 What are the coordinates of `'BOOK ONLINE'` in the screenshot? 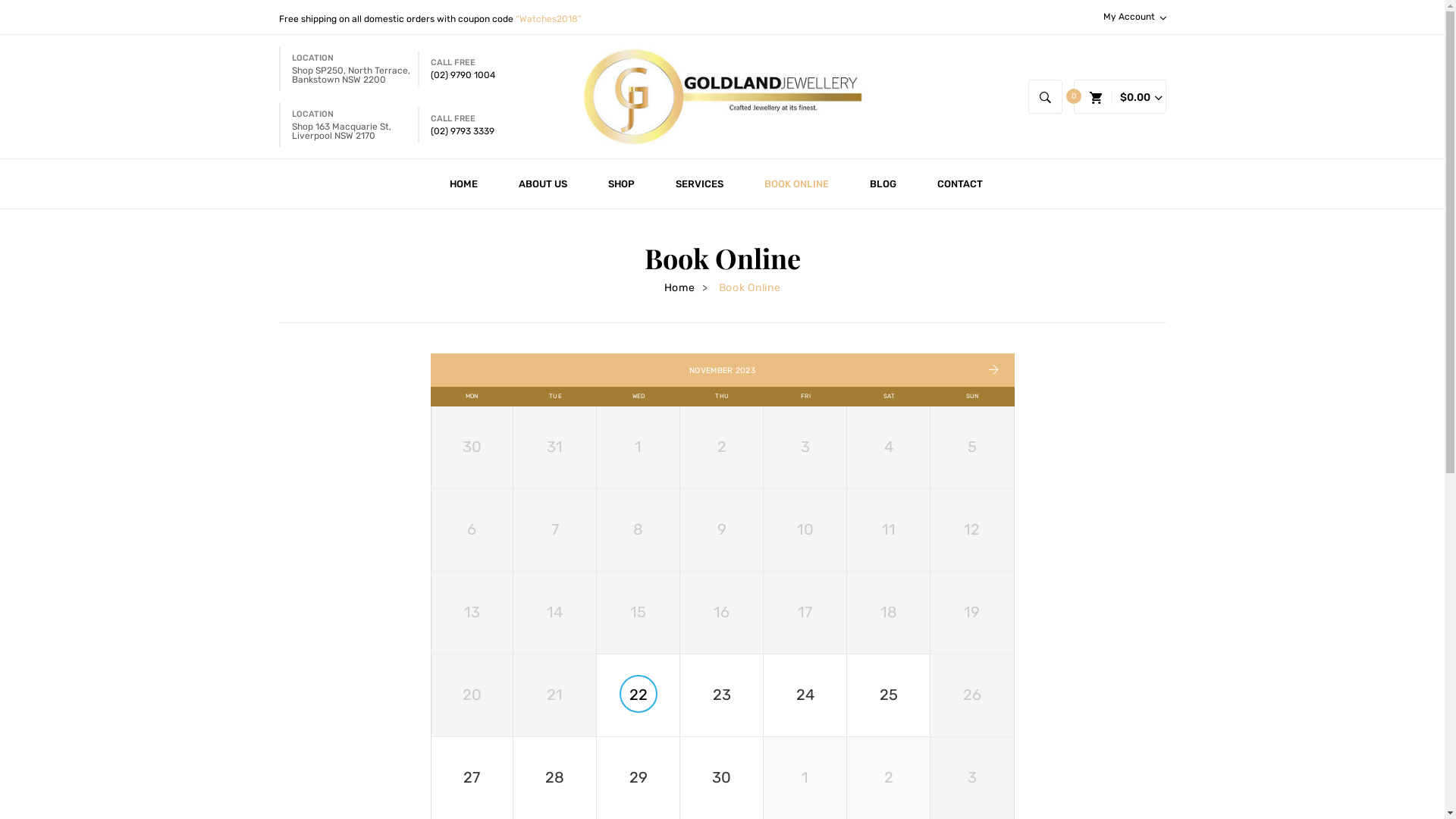 It's located at (795, 183).